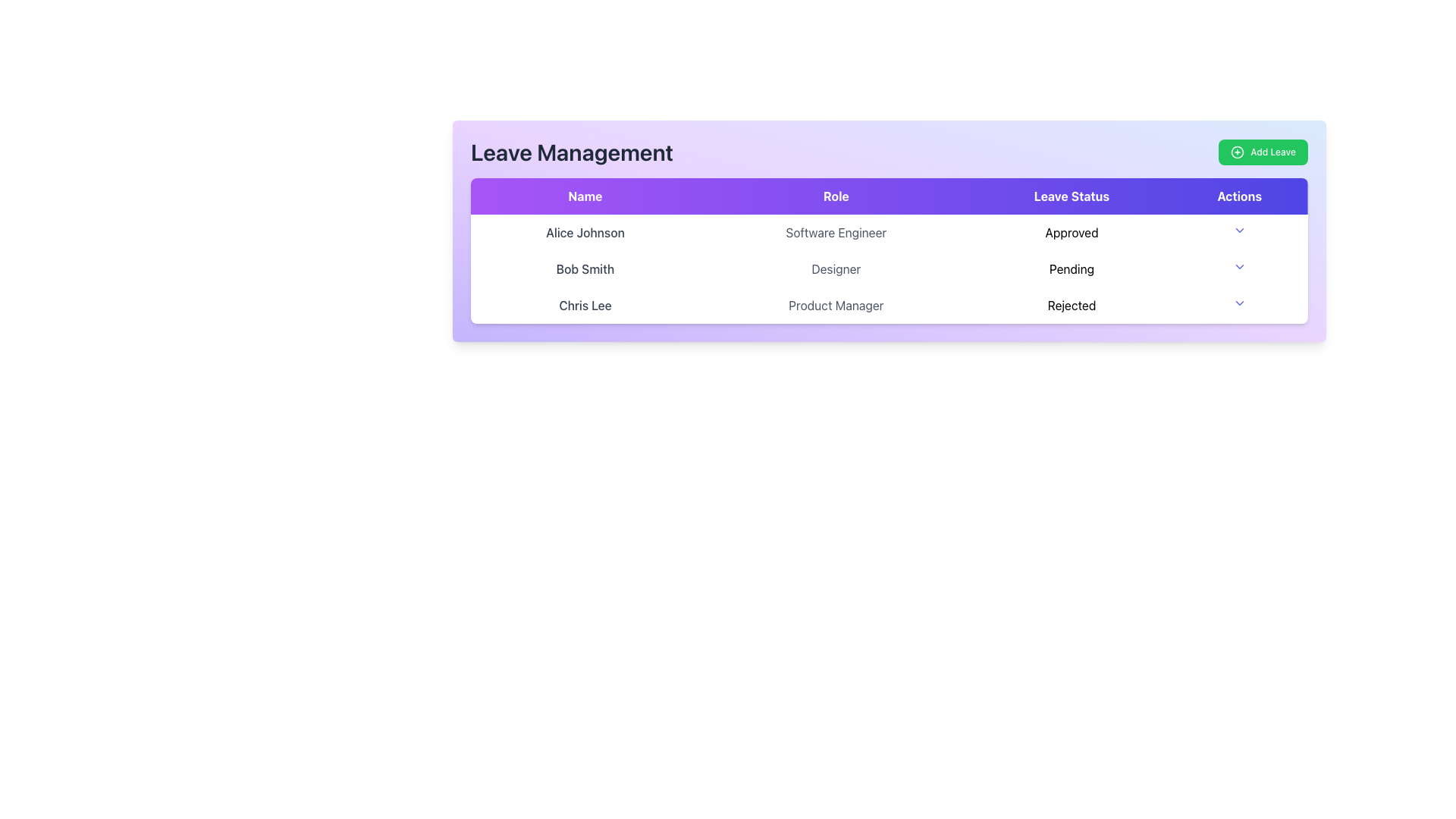 The width and height of the screenshot is (1456, 819). Describe the element at coordinates (1238, 152) in the screenshot. I see `the central decorative circle element of the 'Add Leave' button, which is a transparent circle with a radius of 10 units located at the top-right corner of the interface` at that location.